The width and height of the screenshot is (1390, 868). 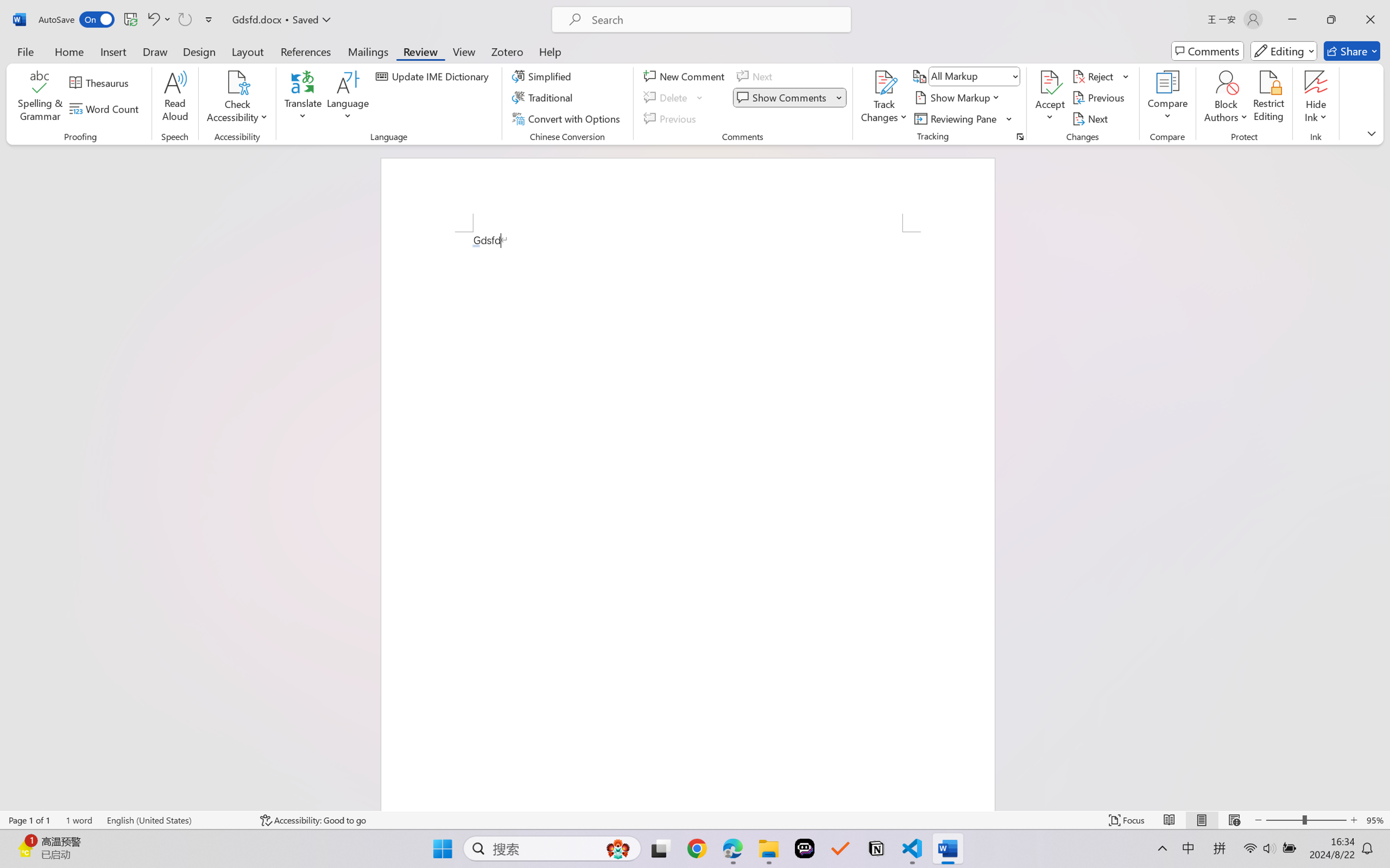 I want to click on 'Delete', so click(x=667, y=98).